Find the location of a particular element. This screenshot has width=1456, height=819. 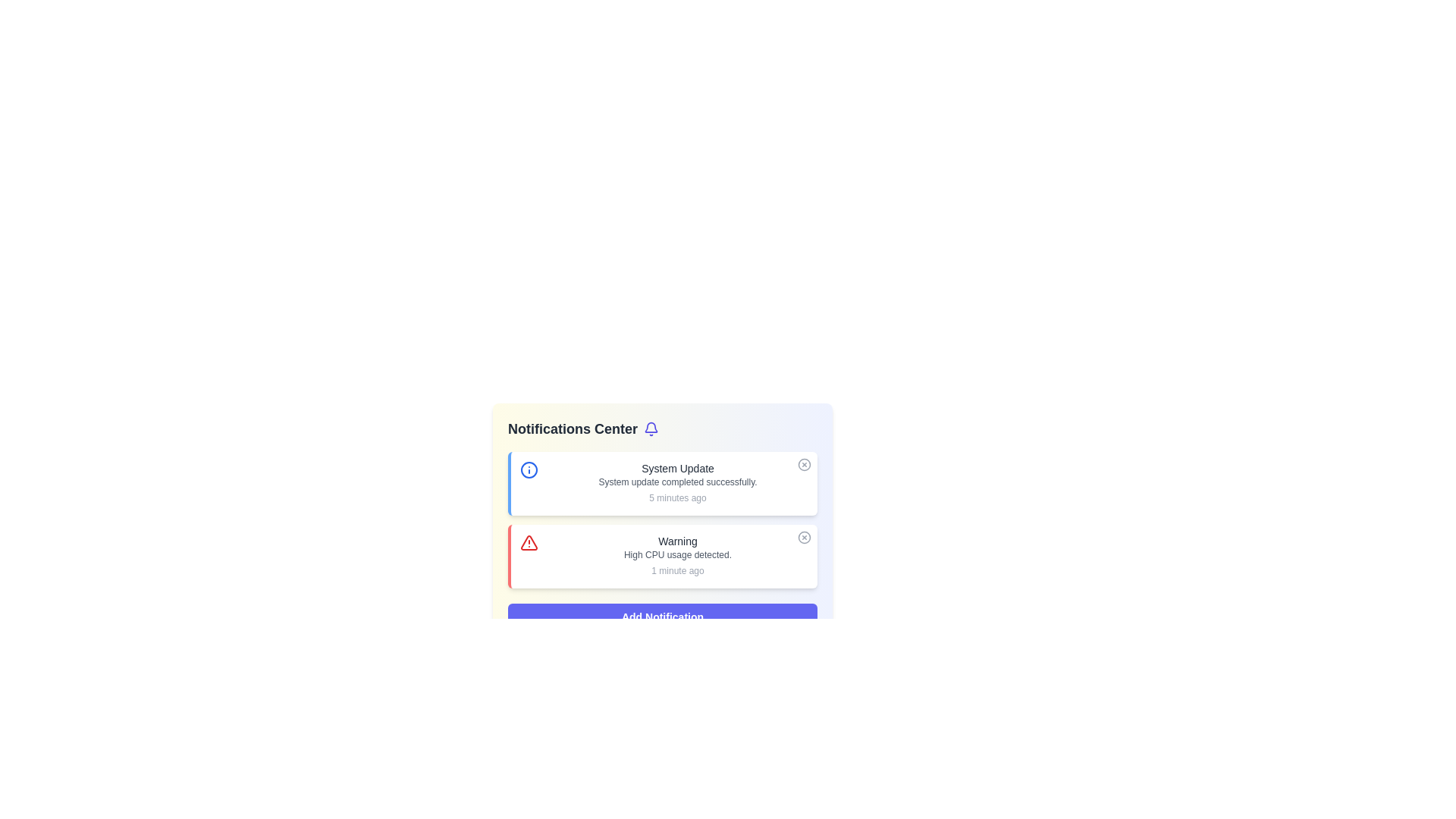

the second notification card in the Notifications Center that displays a high CPU usage alert, located below the blue-bordered System Update notification is located at coordinates (676, 556).